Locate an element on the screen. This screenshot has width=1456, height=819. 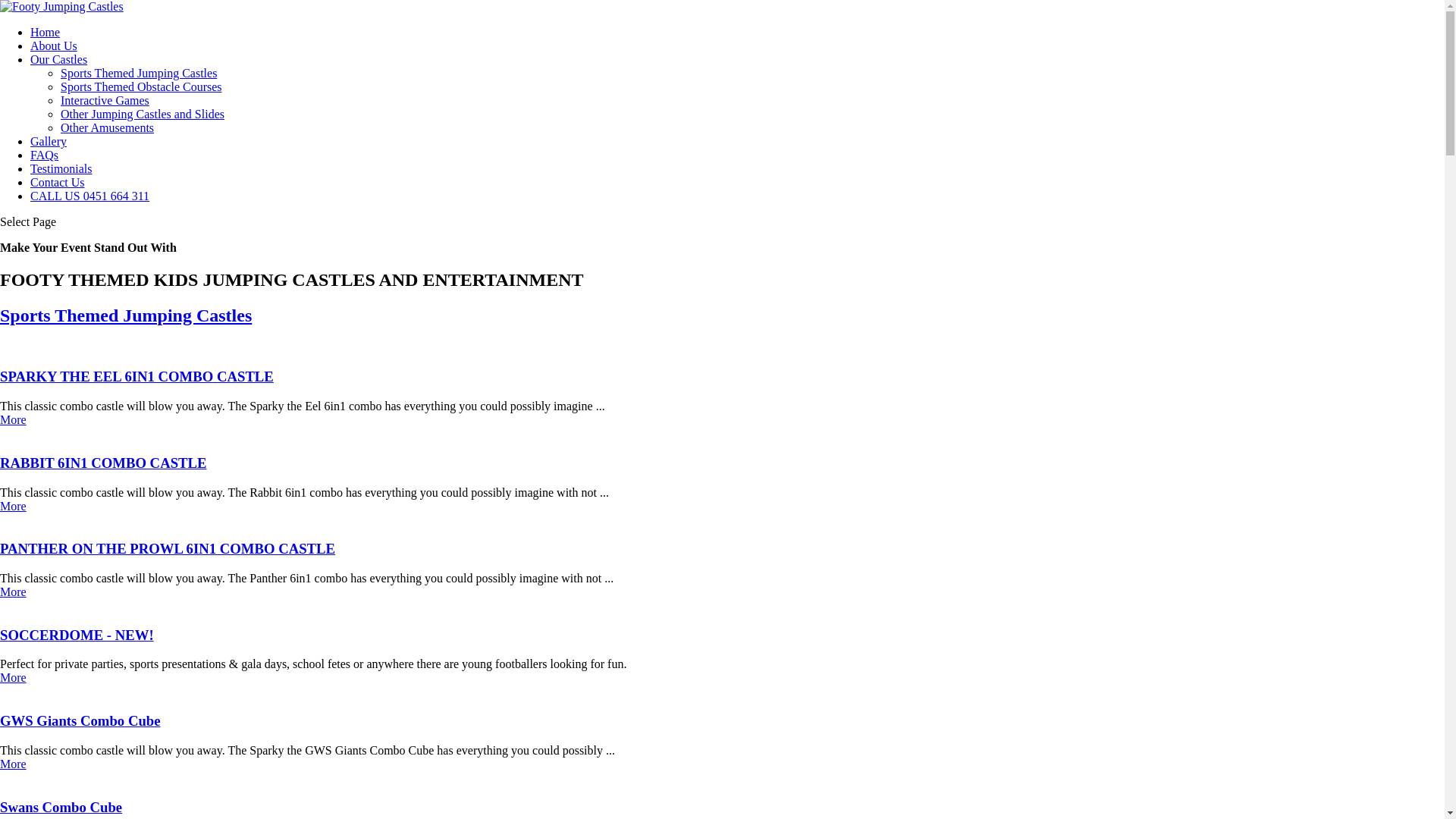
'More' is located at coordinates (13, 764).